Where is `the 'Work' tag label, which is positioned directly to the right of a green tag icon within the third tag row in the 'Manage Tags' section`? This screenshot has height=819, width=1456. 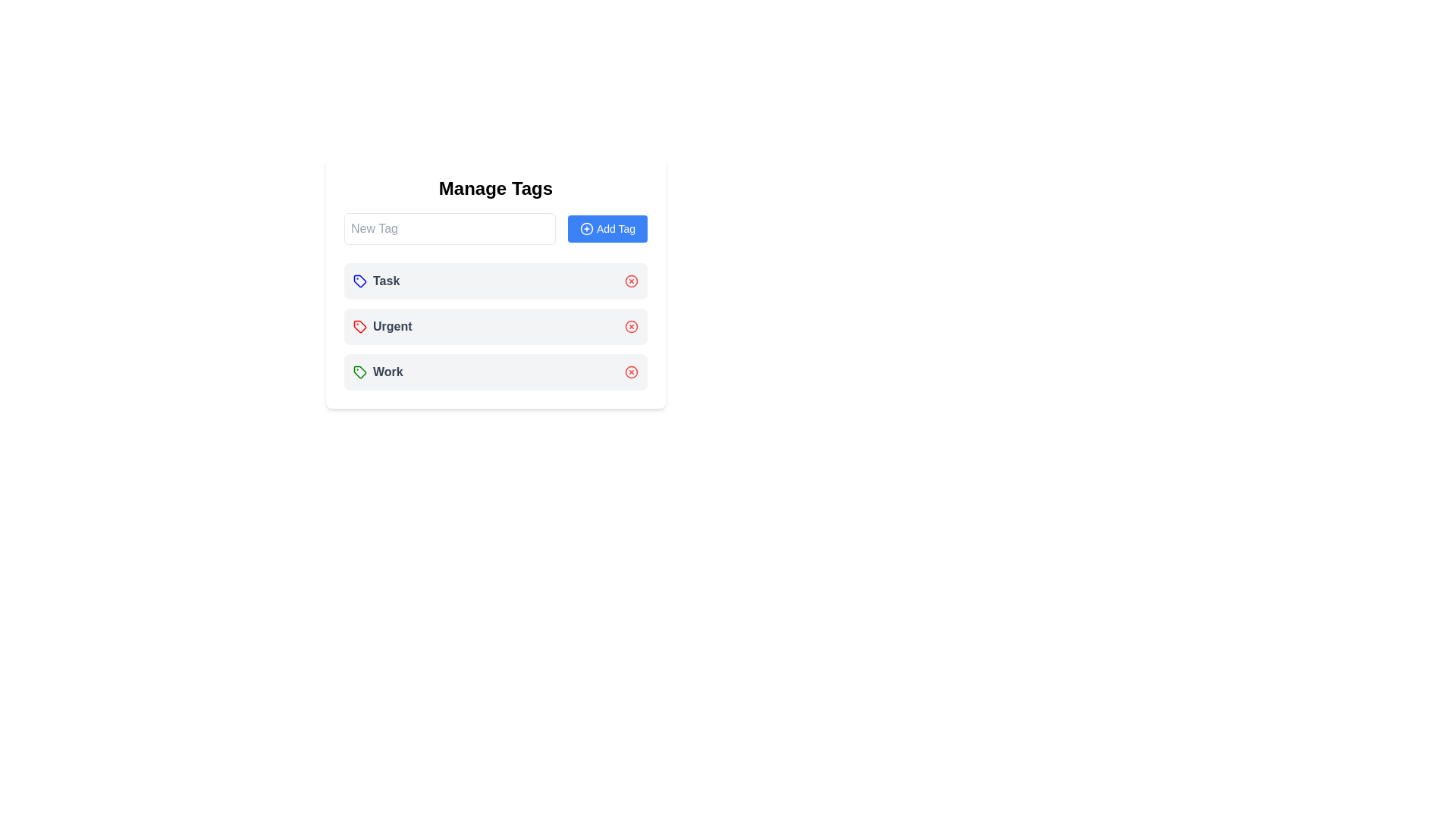 the 'Work' tag label, which is positioned directly to the right of a green tag icon within the third tag row in the 'Manage Tags' section is located at coordinates (388, 372).